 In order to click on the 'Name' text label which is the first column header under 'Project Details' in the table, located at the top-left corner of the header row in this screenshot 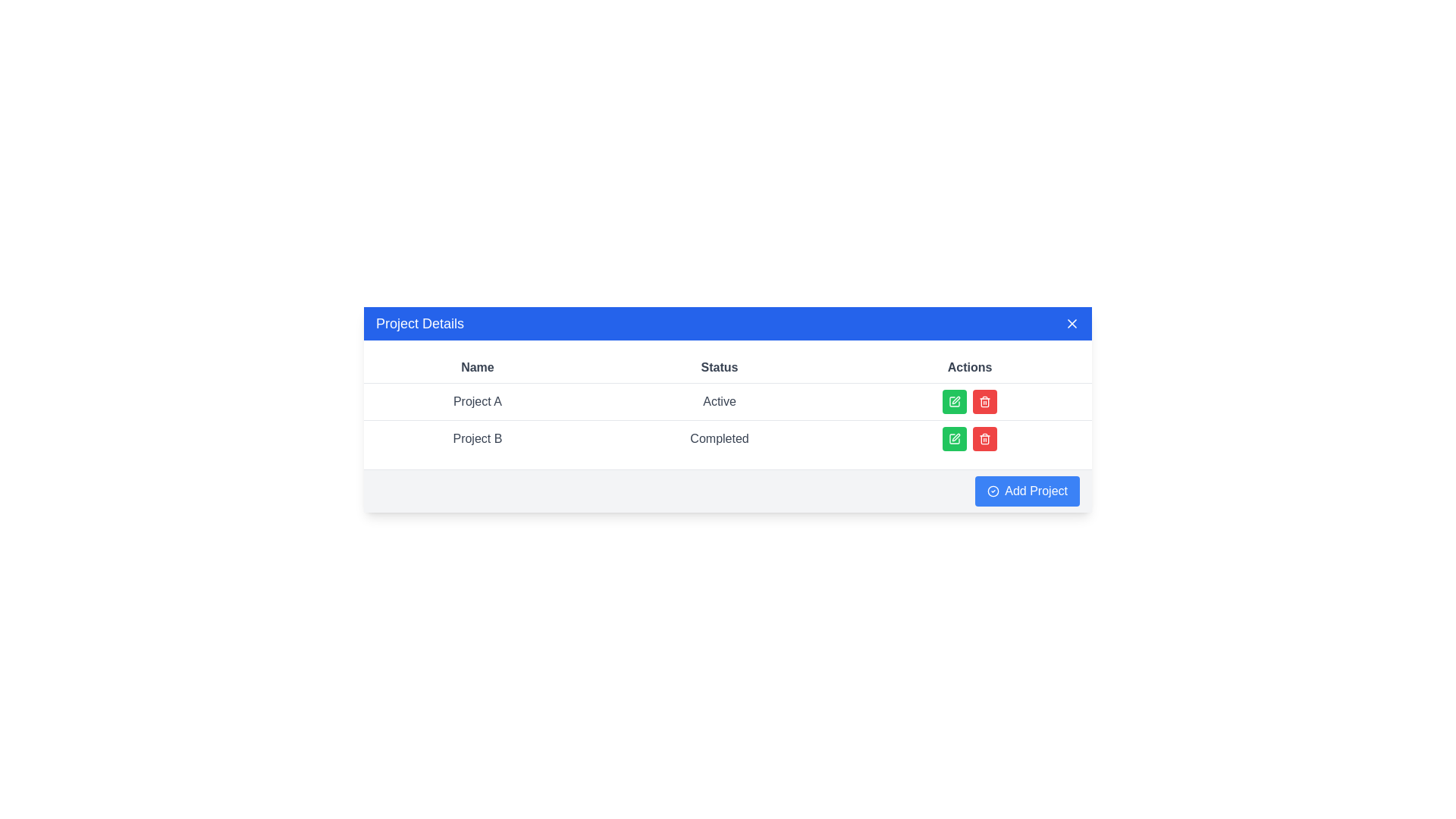, I will do `click(476, 367)`.